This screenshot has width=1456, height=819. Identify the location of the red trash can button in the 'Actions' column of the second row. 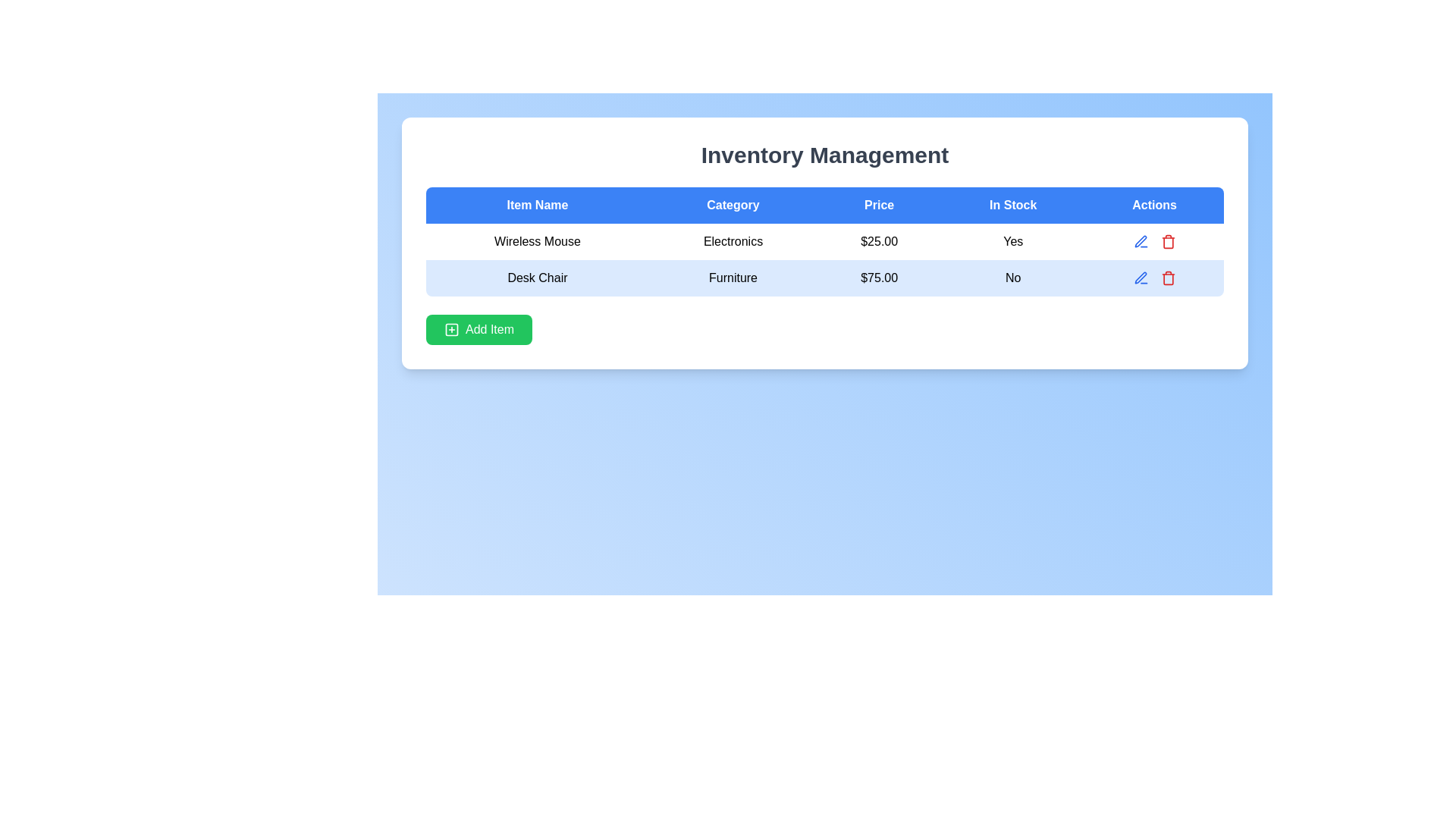
(1167, 278).